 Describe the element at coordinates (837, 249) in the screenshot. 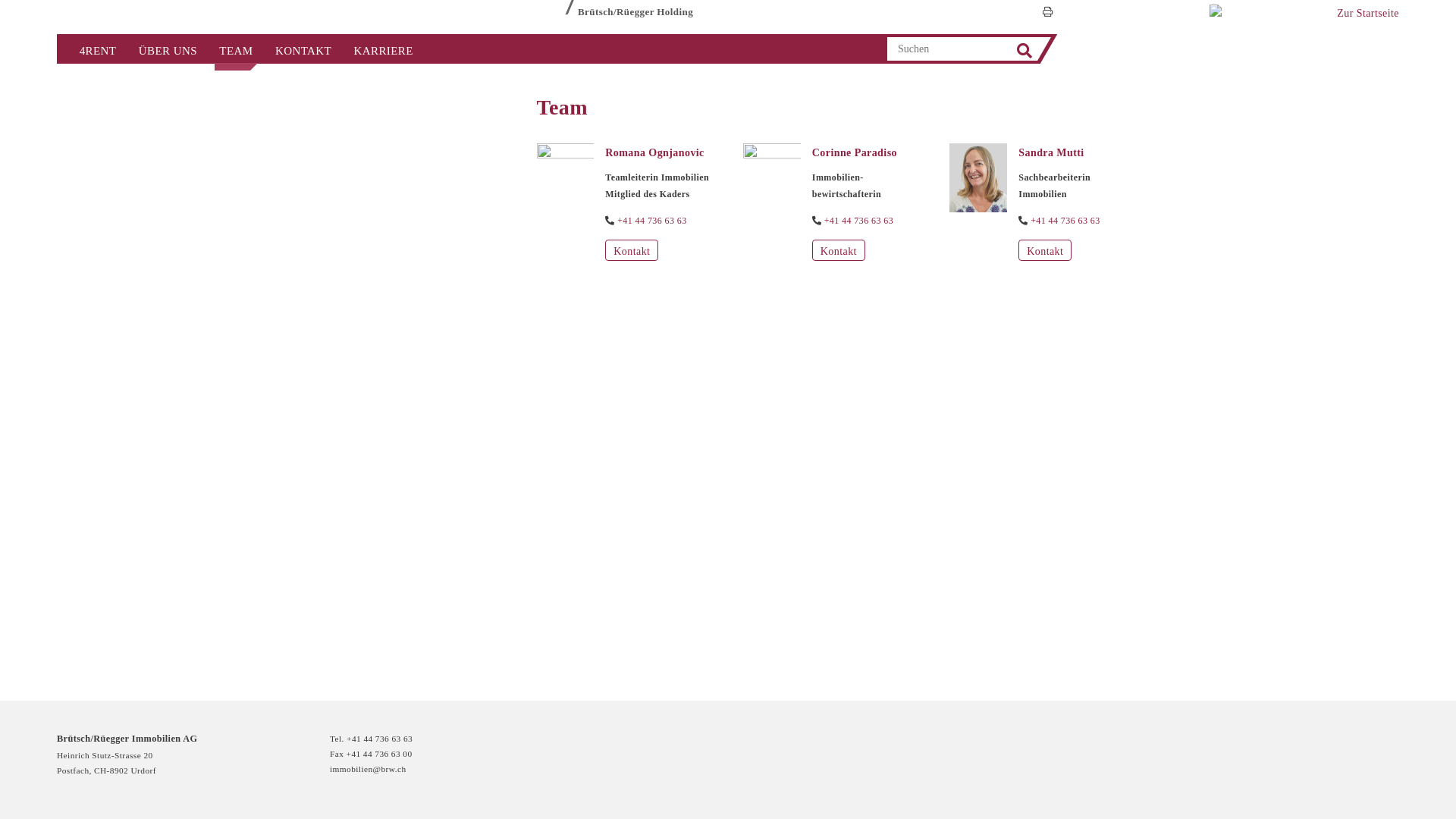

I see `'Kontakt'` at that location.